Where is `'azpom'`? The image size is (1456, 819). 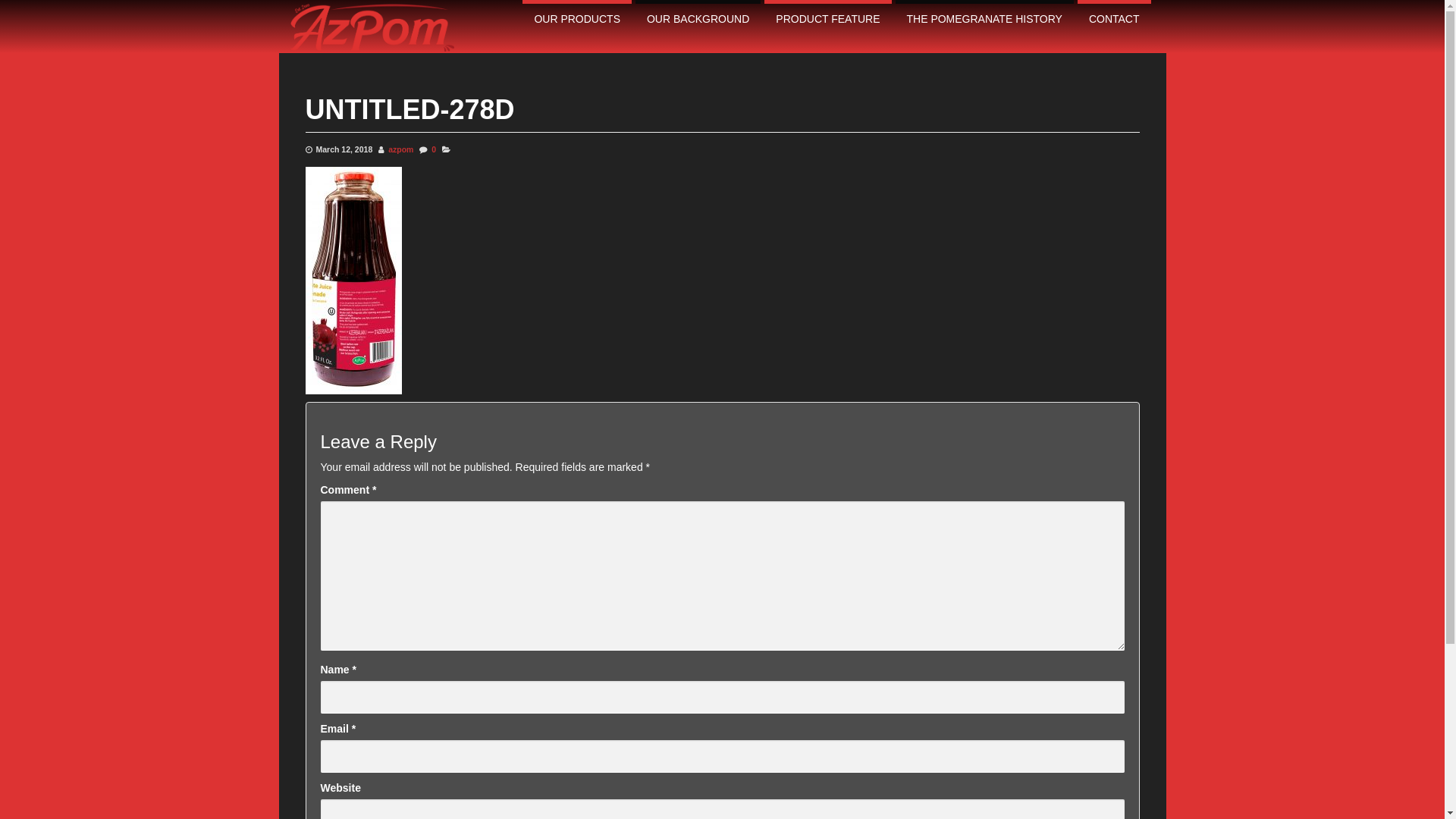
'azpom' is located at coordinates (400, 149).